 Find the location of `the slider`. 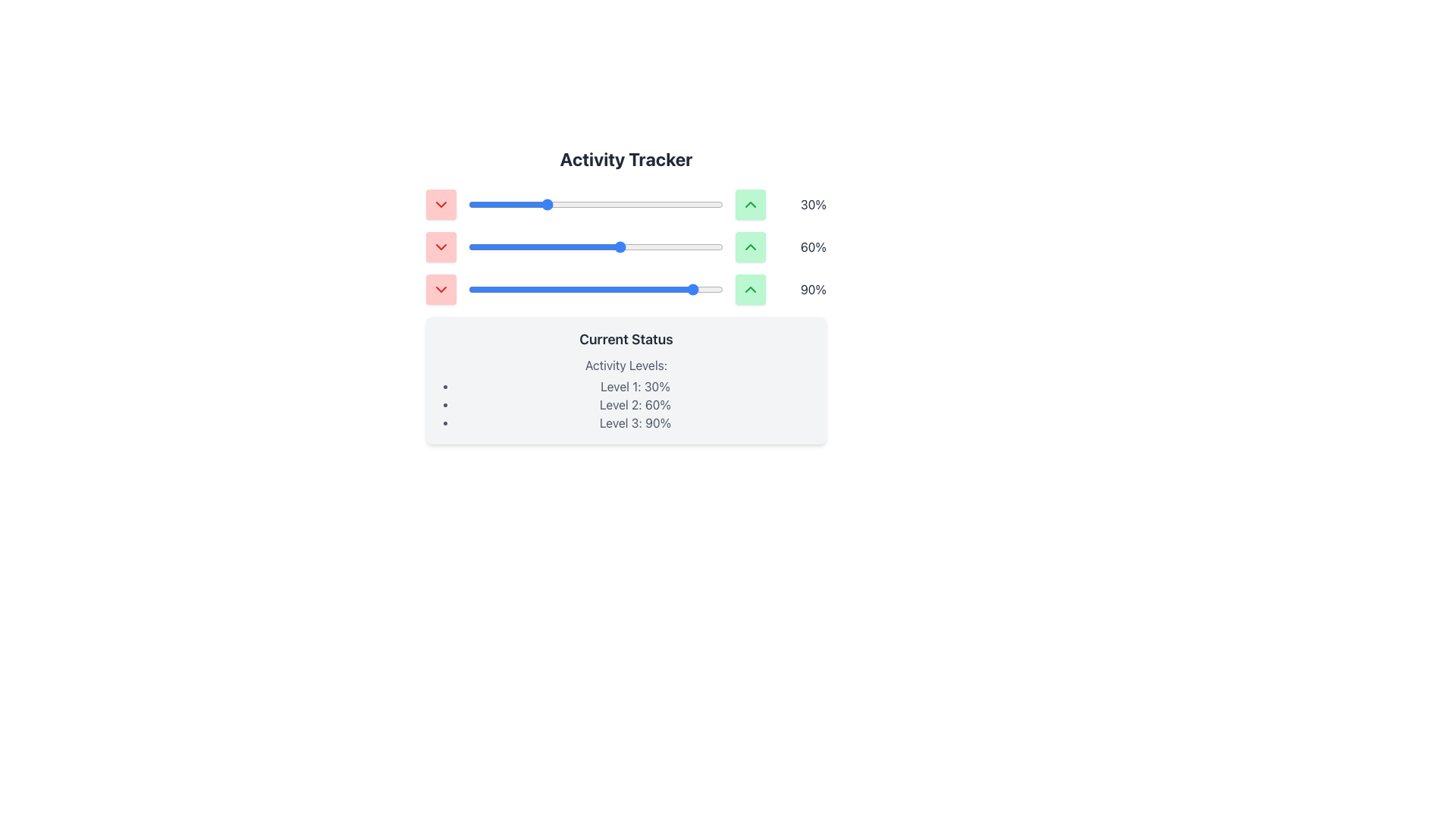

the slider is located at coordinates (549, 289).